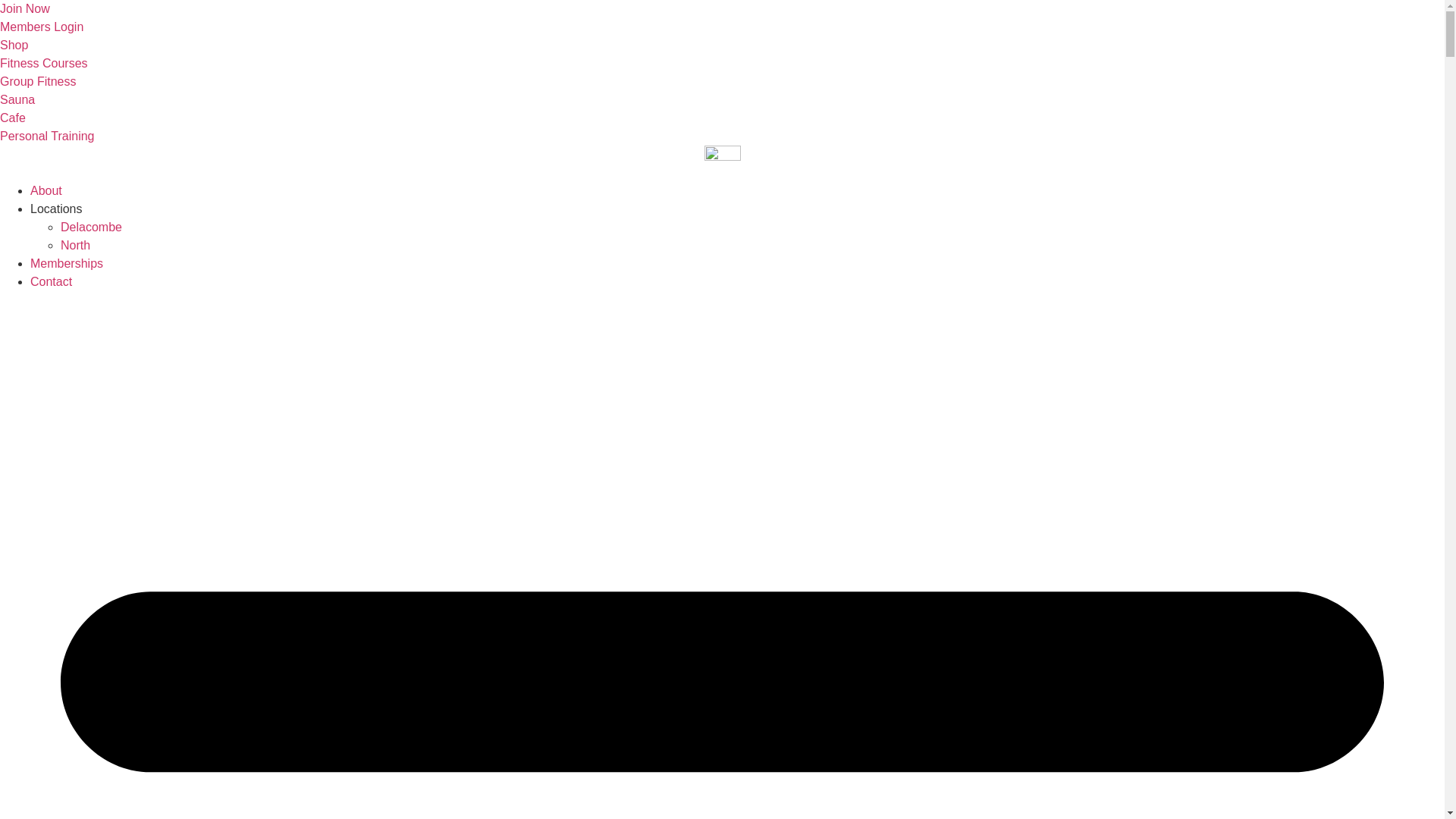 Image resolution: width=1456 pixels, height=819 pixels. I want to click on 'Members Login', so click(41, 27).